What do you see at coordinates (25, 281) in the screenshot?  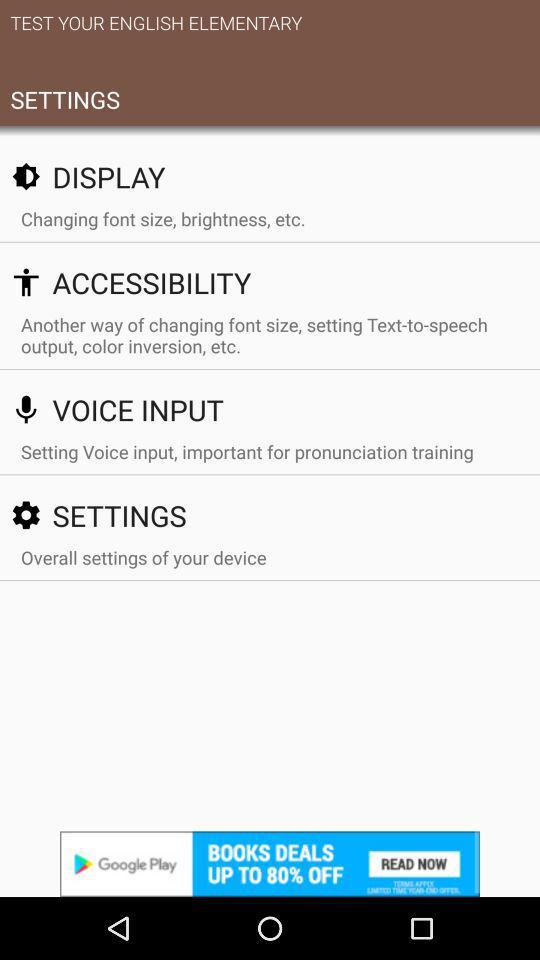 I see `the icon left to accessibility` at bounding box center [25, 281].